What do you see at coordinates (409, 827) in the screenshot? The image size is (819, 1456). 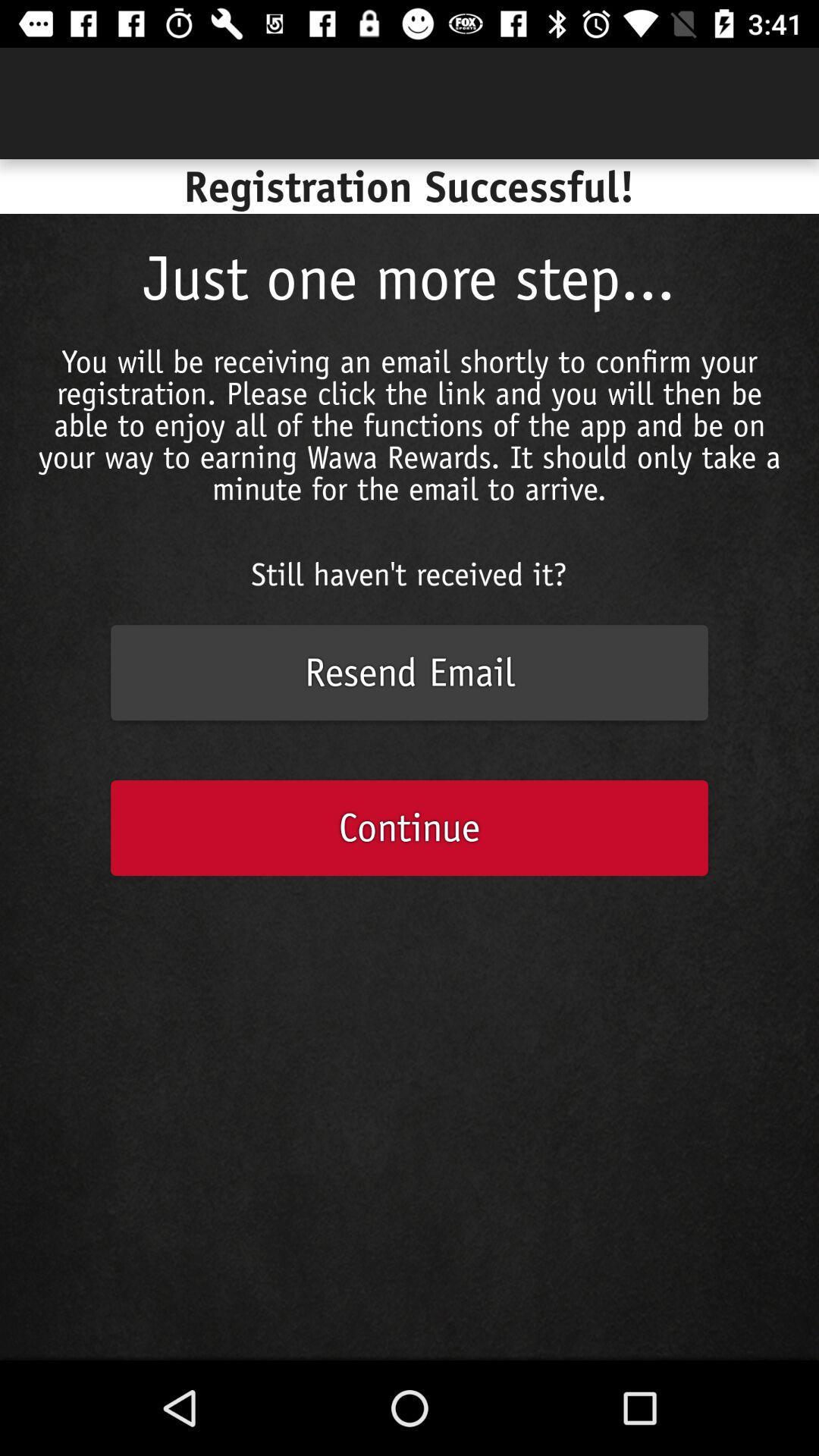 I see `continue icon` at bounding box center [409, 827].